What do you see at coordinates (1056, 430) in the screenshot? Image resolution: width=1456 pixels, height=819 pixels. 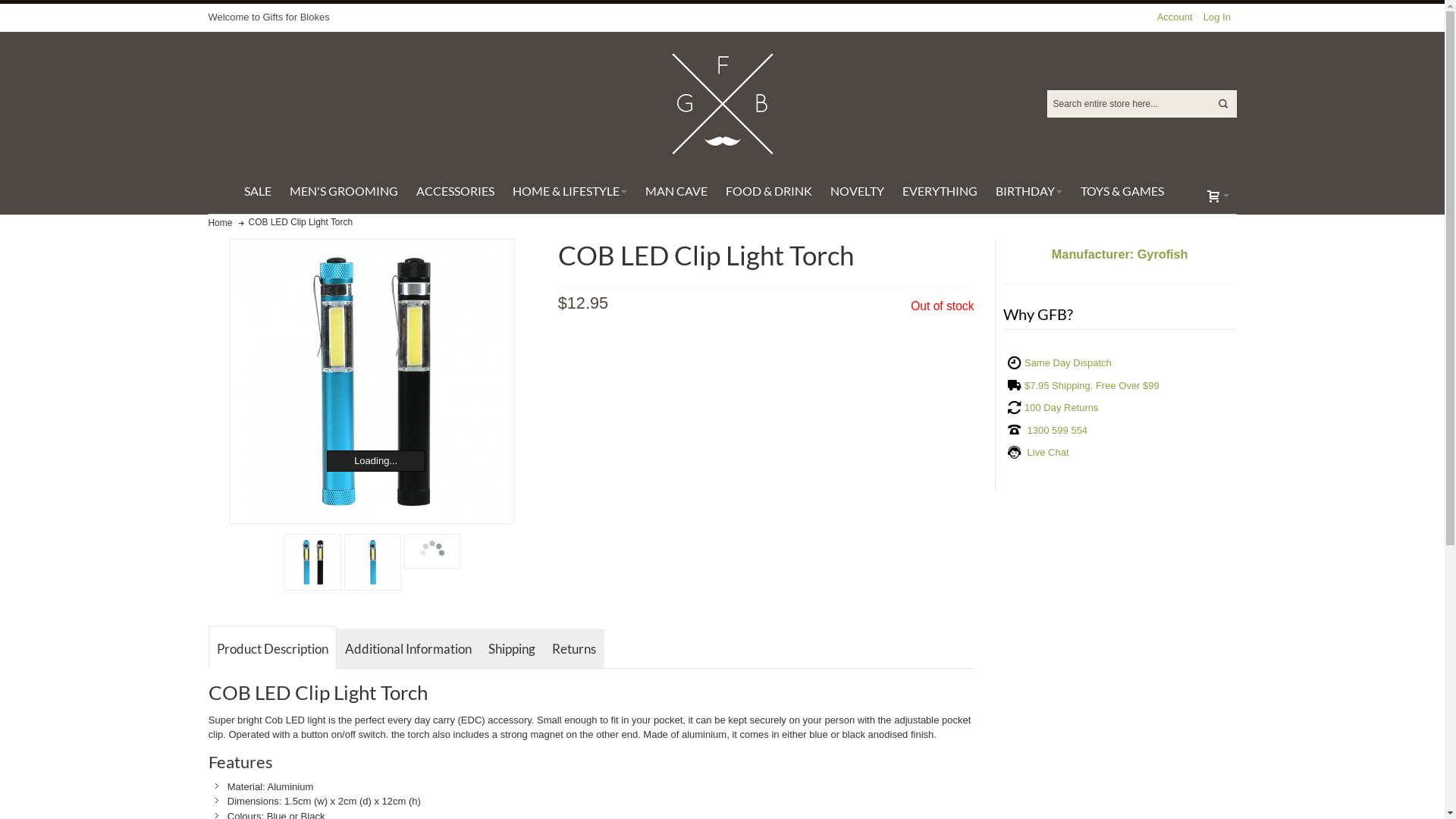 I see `' 1300 599 554 '` at bounding box center [1056, 430].